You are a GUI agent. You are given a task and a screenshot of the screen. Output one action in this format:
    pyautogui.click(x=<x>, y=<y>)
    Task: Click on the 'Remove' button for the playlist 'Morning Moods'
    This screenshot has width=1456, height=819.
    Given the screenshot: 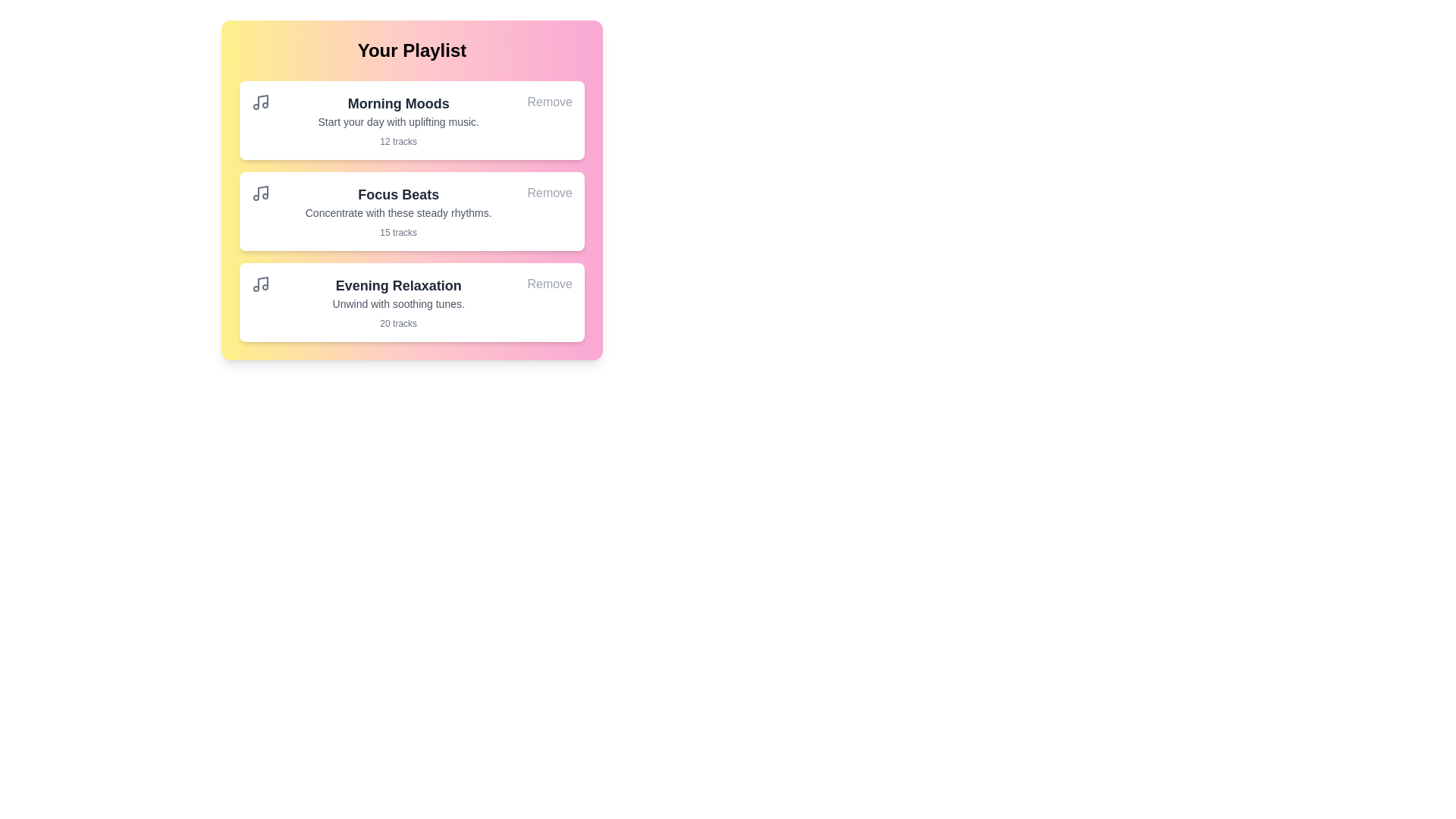 What is the action you would take?
    pyautogui.click(x=548, y=102)
    